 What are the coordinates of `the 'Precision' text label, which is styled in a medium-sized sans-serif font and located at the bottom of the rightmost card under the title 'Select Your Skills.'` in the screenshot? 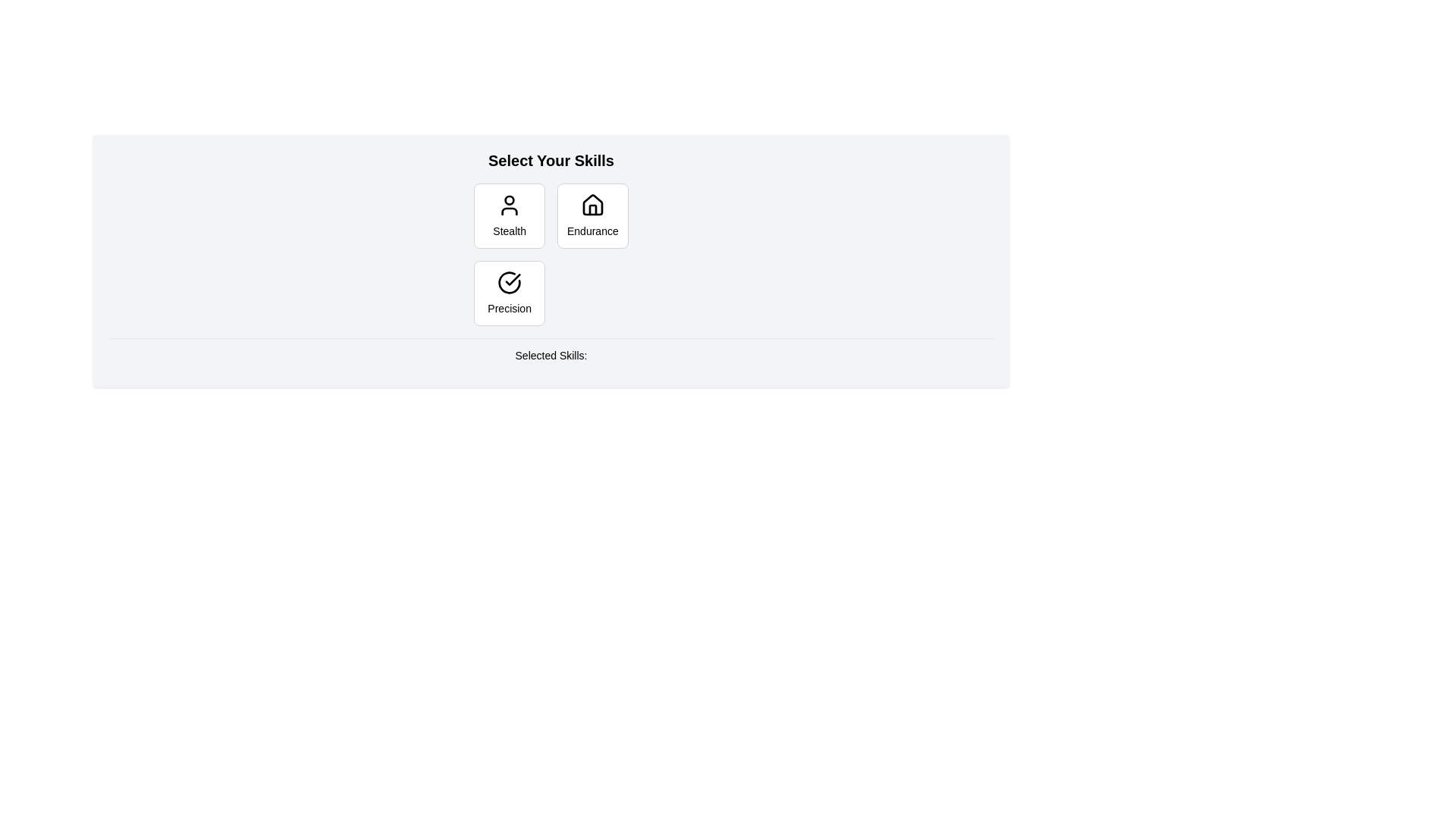 It's located at (510, 308).